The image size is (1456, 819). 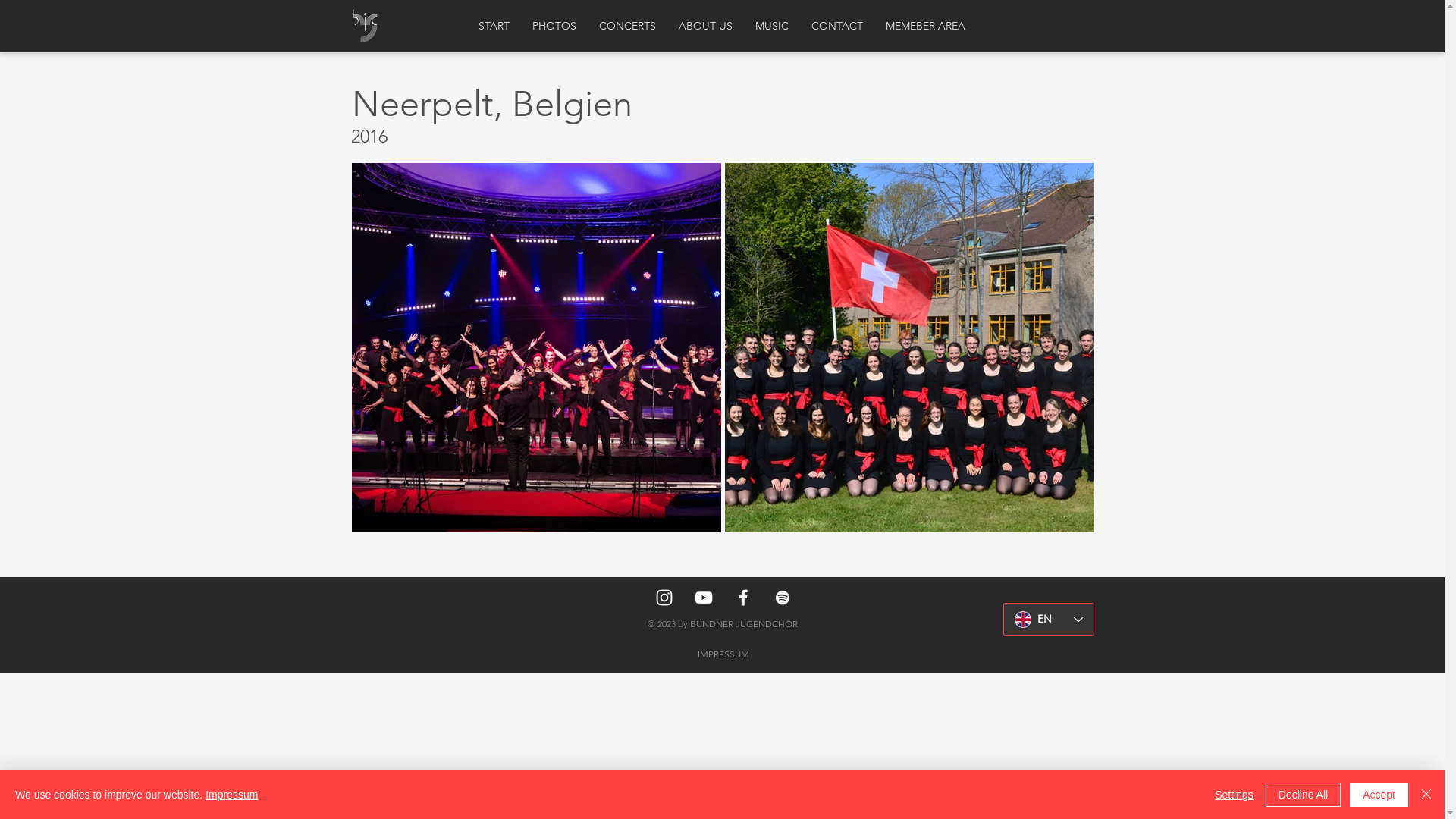 What do you see at coordinates (771, 26) in the screenshot?
I see `'MUSIC'` at bounding box center [771, 26].